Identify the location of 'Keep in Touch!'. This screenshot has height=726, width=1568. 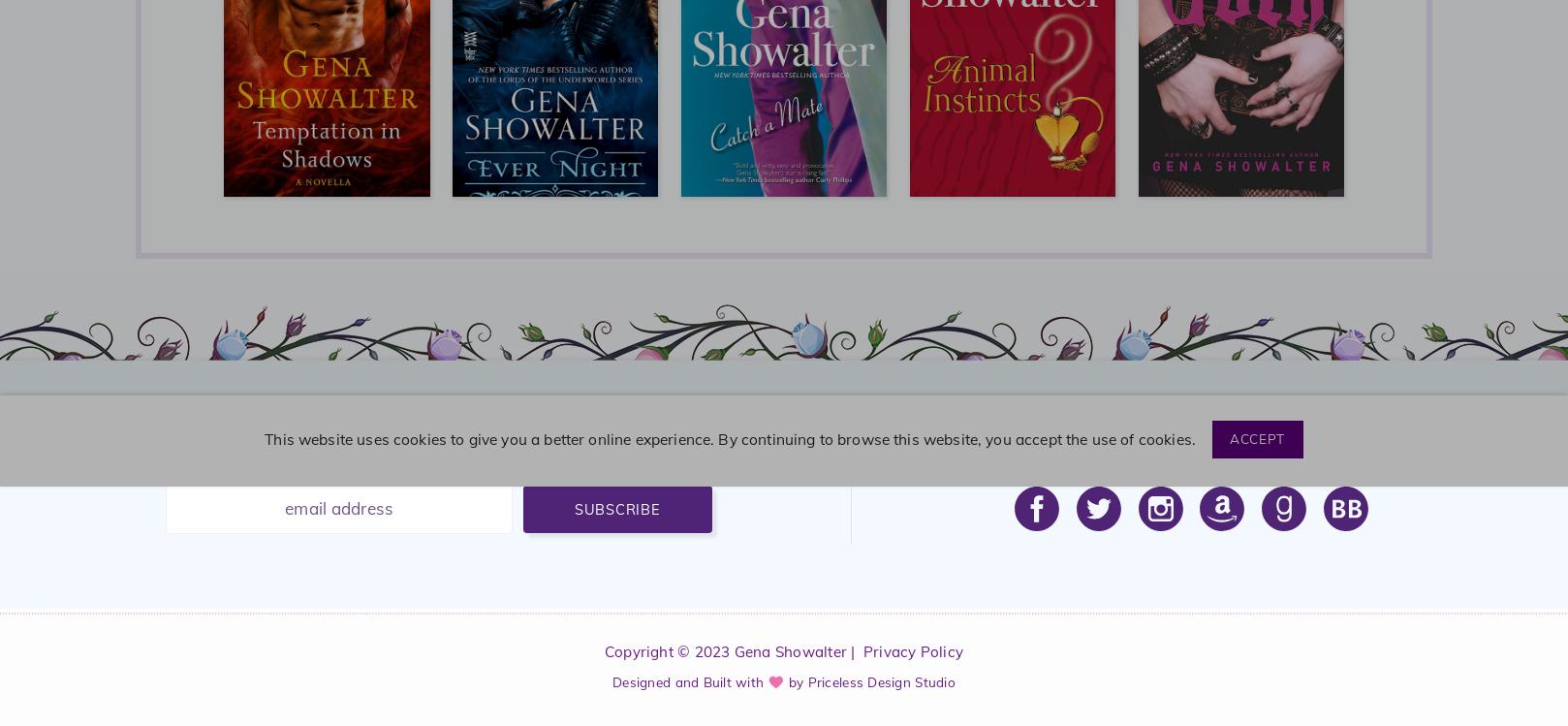
(1190, 450).